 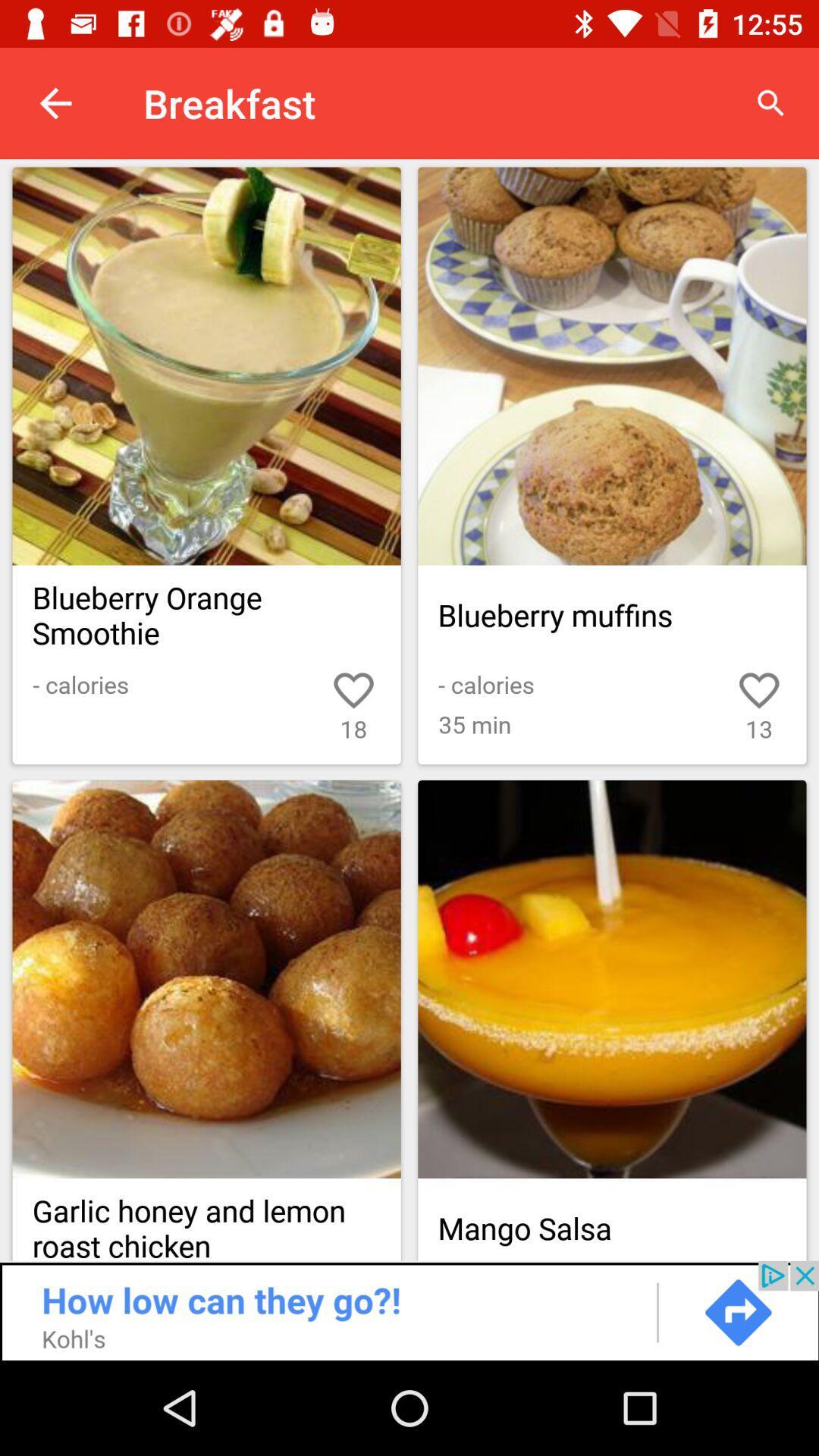 What do you see at coordinates (611, 979) in the screenshot?
I see `mango salsa` at bounding box center [611, 979].